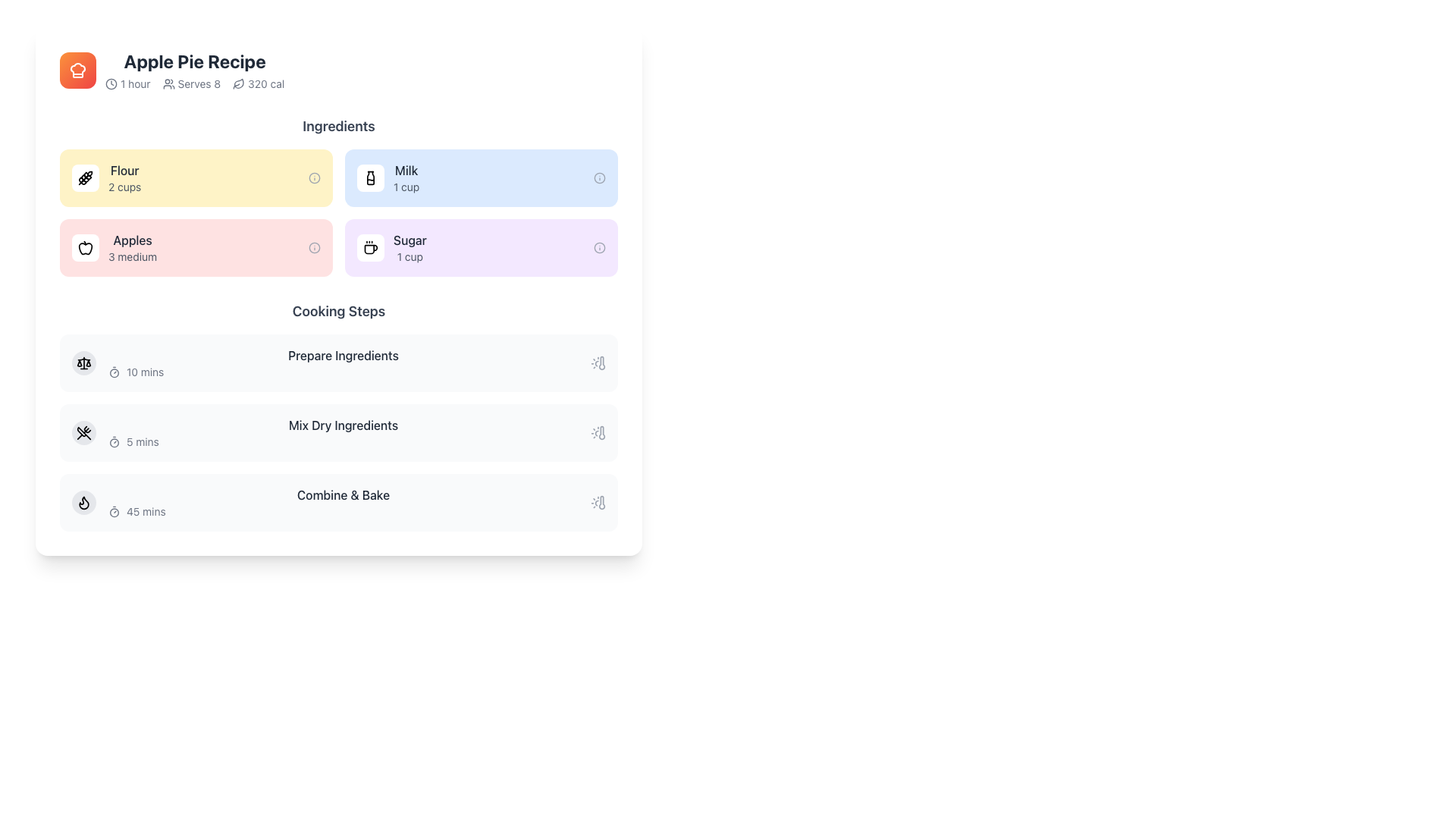 The height and width of the screenshot is (819, 1456). What do you see at coordinates (83, 503) in the screenshot?
I see `the decorative and identifying icon associated with the 'Combine & Bake' cooking step` at bounding box center [83, 503].